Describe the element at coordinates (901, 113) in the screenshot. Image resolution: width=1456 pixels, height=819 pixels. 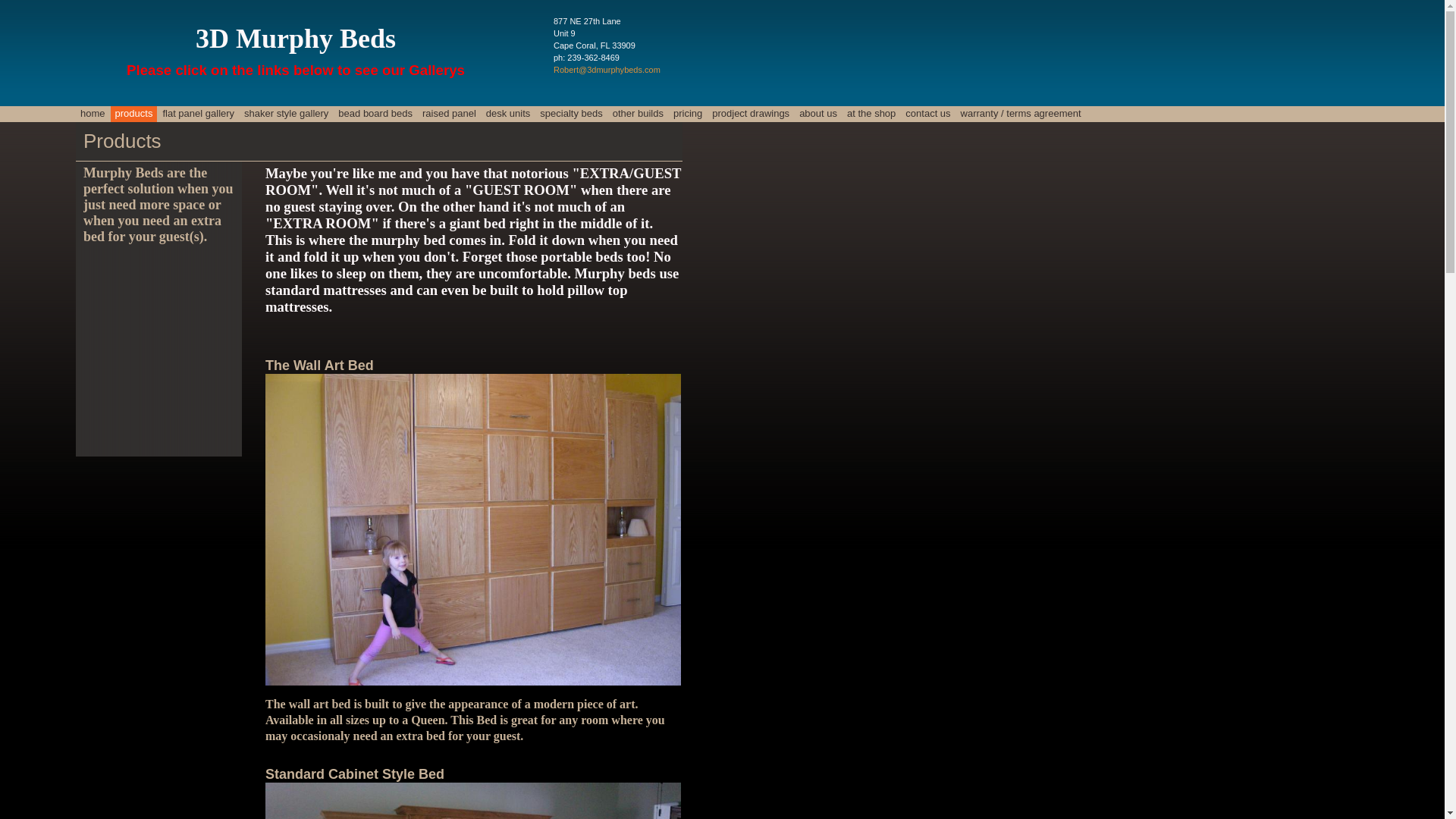
I see `'contact us'` at that location.